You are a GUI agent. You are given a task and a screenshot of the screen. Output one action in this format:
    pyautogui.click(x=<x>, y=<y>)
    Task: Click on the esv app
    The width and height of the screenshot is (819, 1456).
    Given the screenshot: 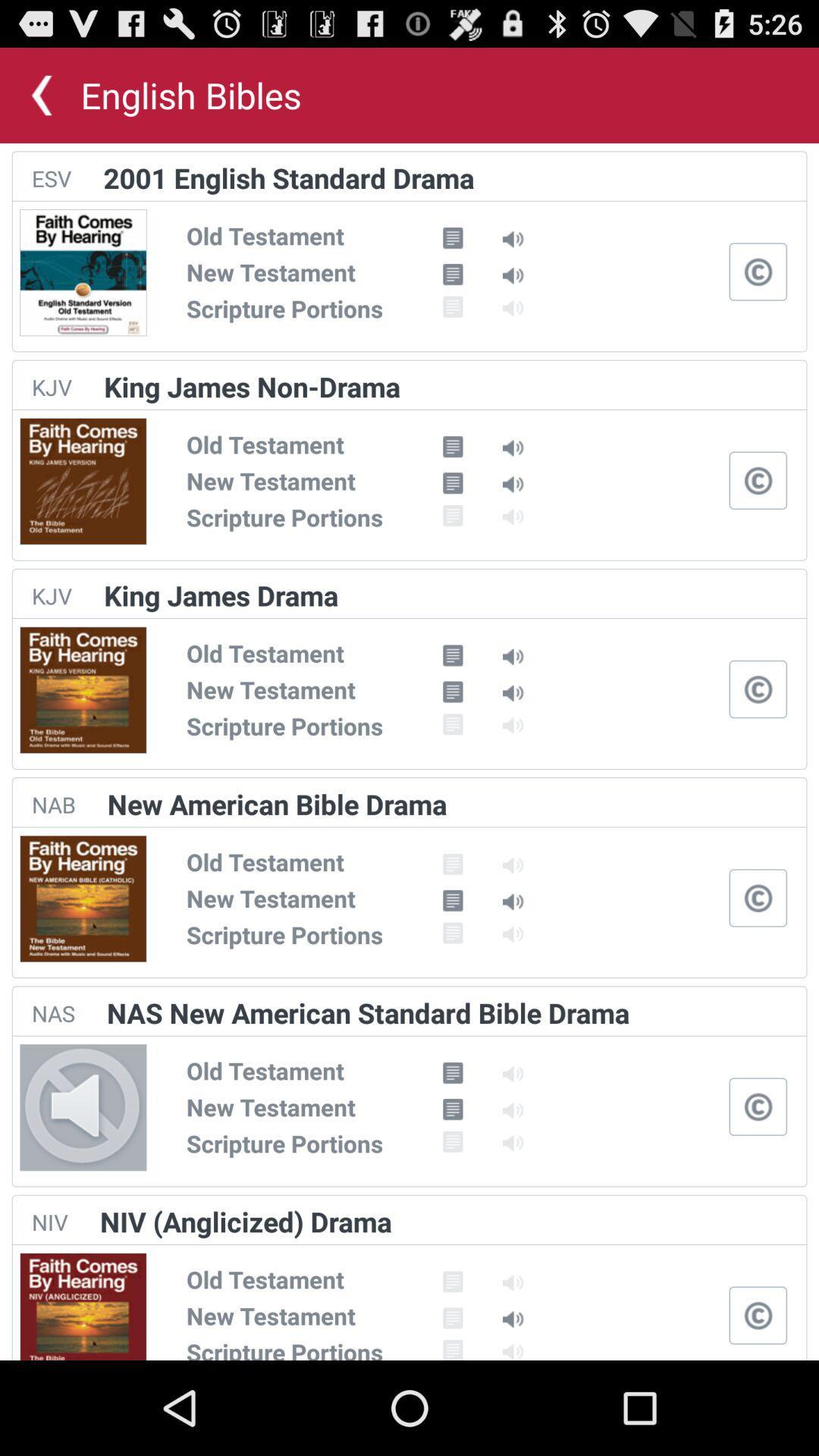 What is the action you would take?
    pyautogui.click(x=51, y=178)
    